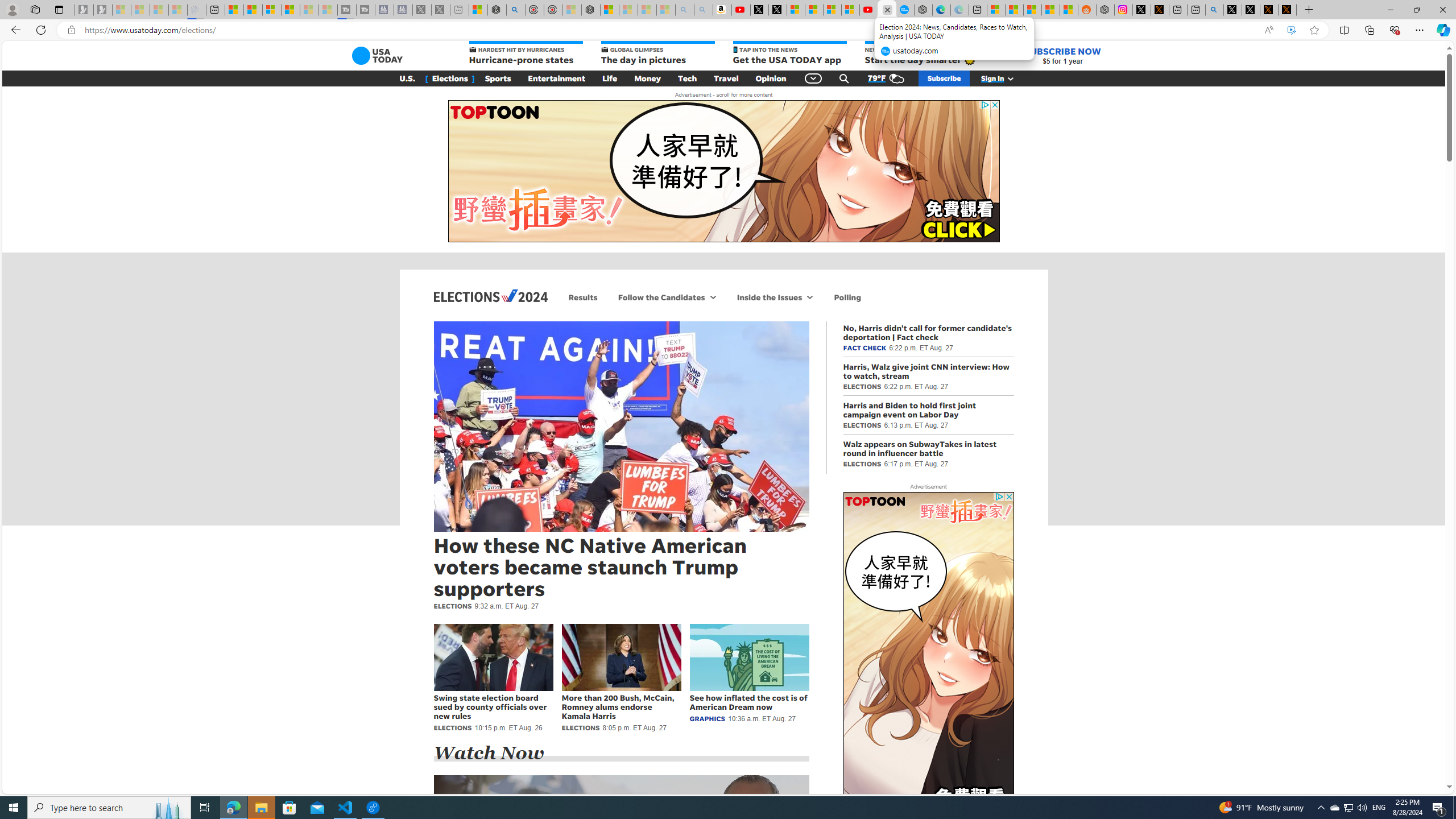  What do you see at coordinates (490, 295) in the screenshot?
I see `'Elections 2024'` at bounding box center [490, 295].